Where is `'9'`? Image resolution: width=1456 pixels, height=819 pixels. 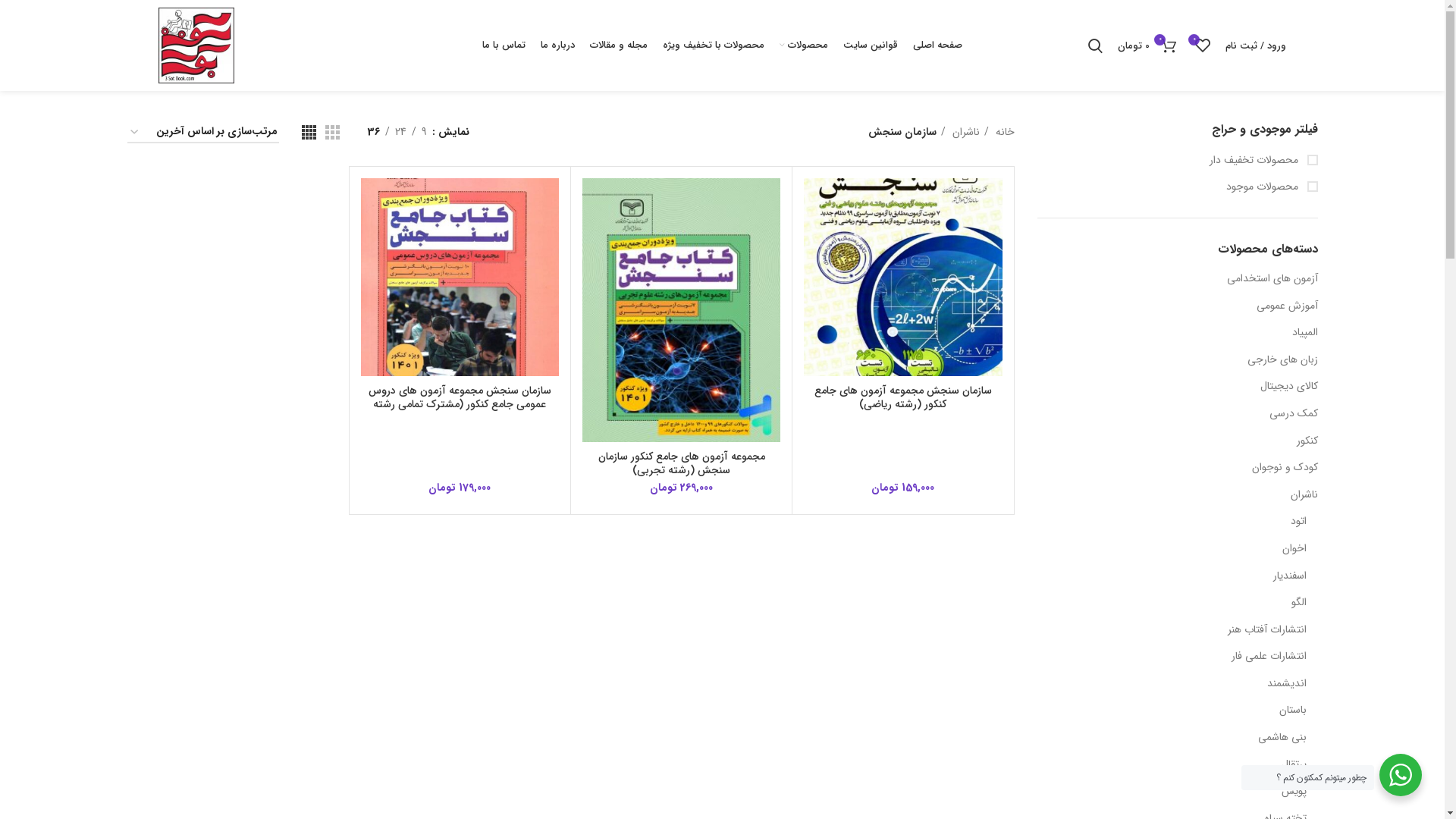 '9' is located at coordinates (423, 130).